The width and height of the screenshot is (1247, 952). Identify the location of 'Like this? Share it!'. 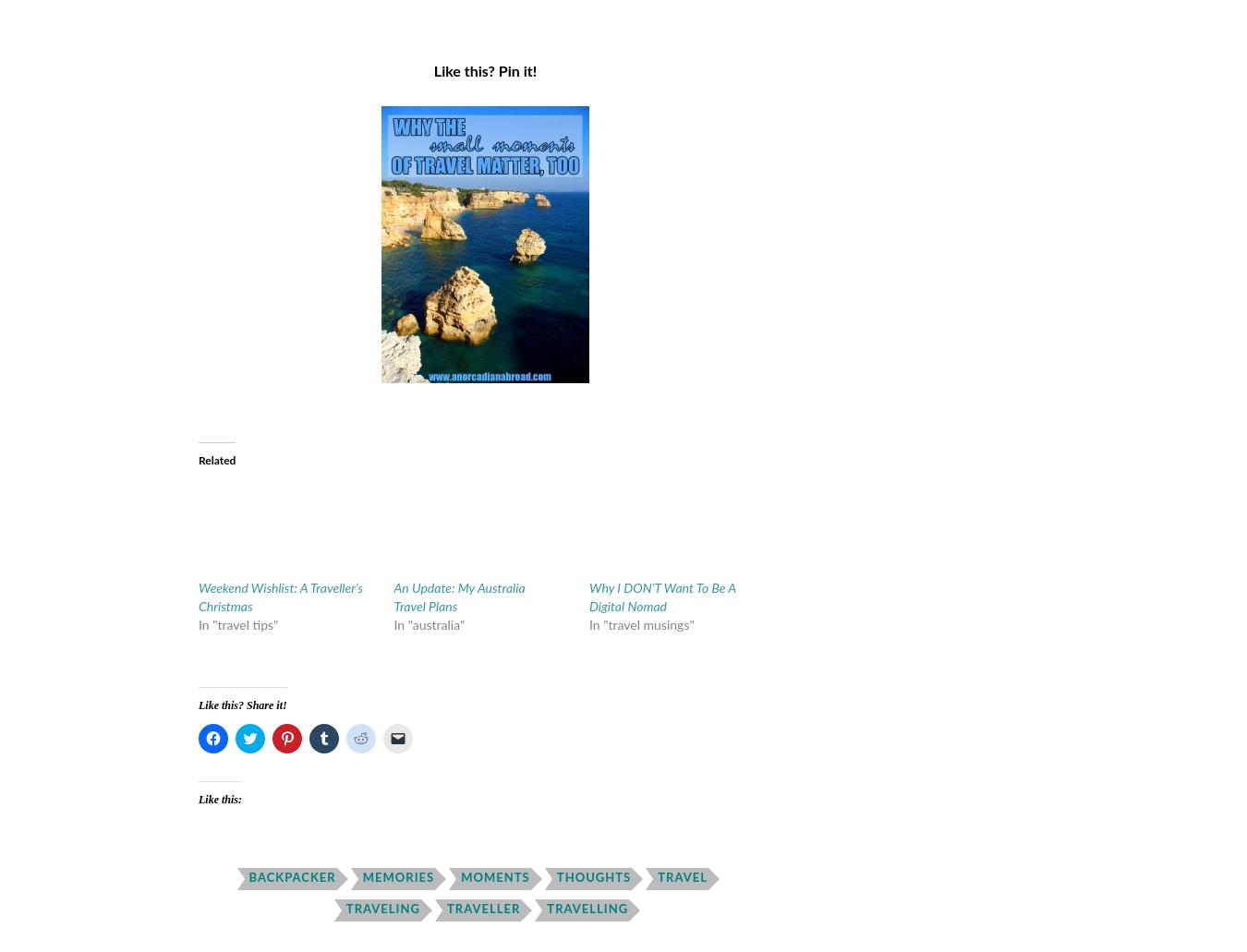
(241, 704).